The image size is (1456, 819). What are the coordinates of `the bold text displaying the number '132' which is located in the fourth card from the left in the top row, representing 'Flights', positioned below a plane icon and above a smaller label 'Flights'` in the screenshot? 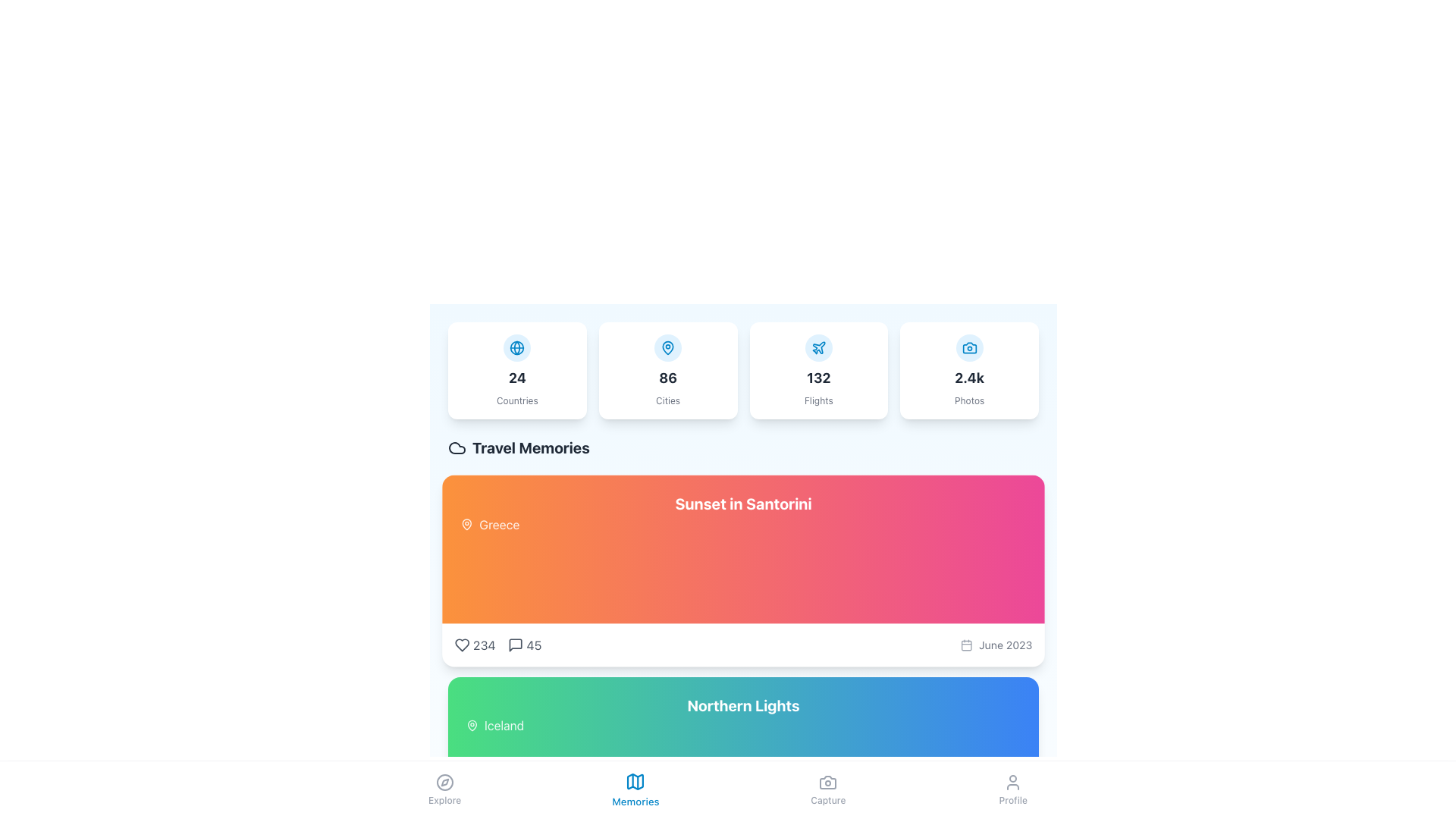 It's located at (817, 377).